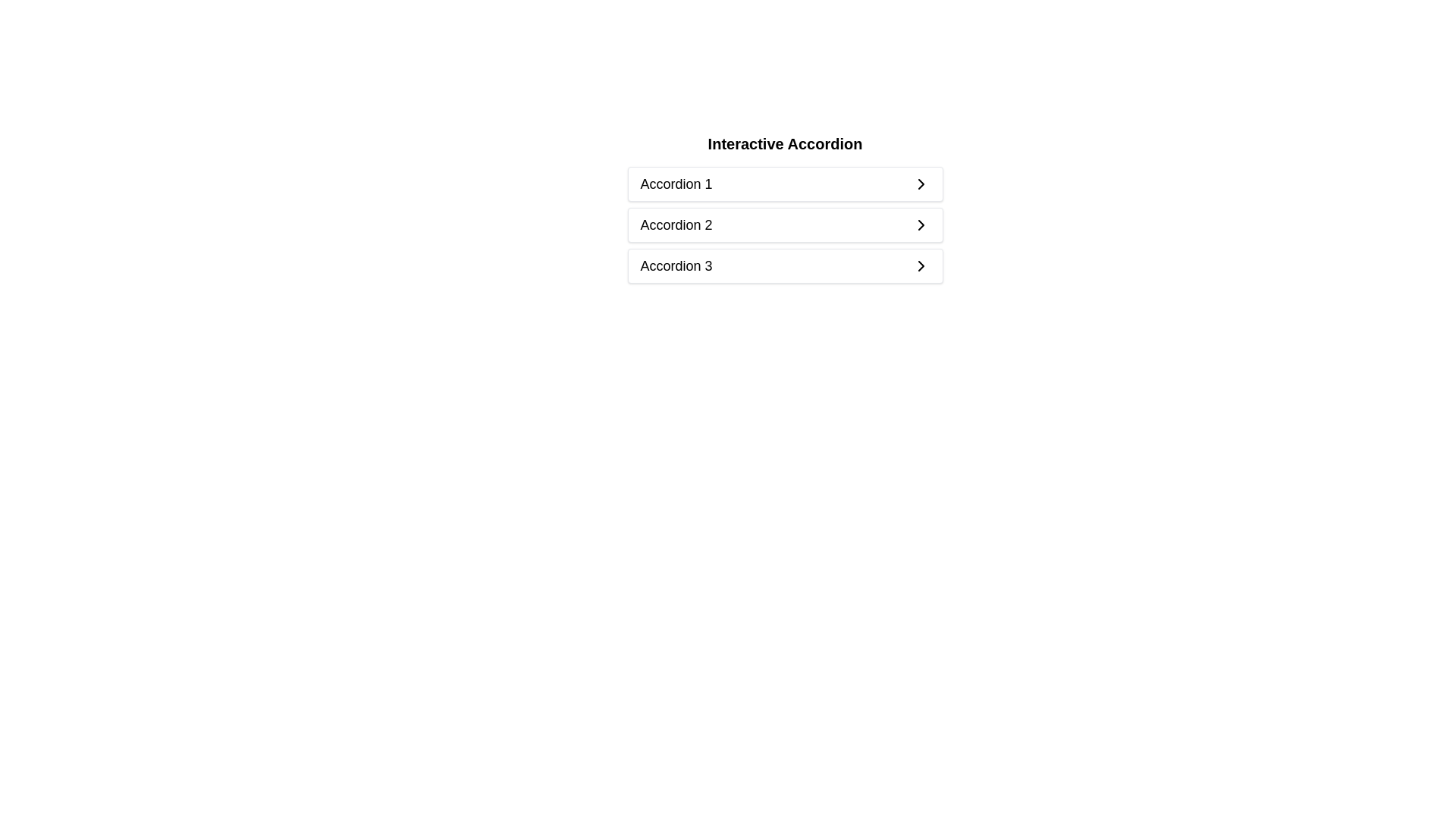 Image resolution: width=1456 pixels, height=819 pixels. I want to click on the static text label reading 'Accordion 1', which is positioned towards the left in the accordion interface, so click(676, 184).